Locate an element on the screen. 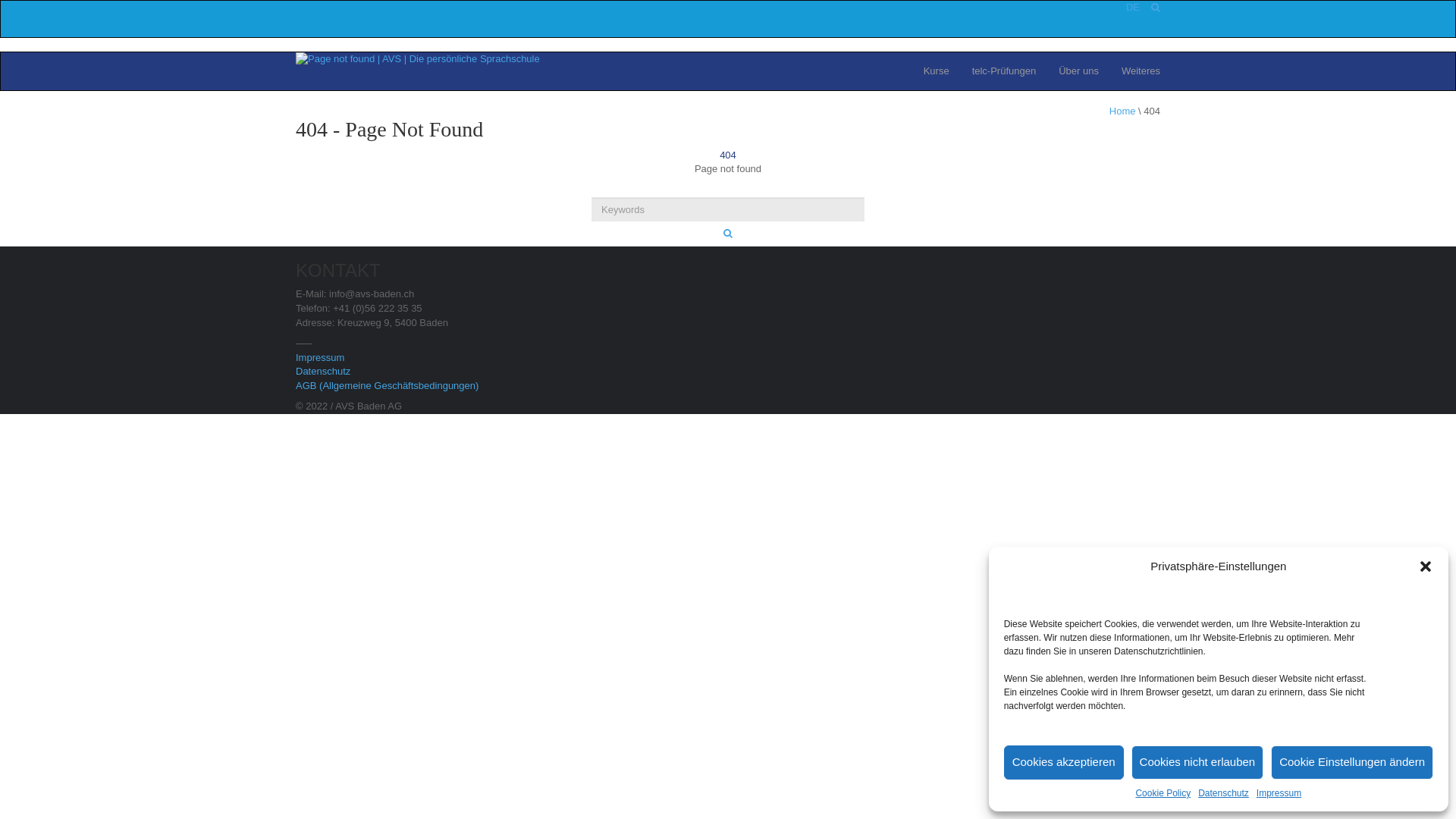 This screenshot has width=1456, height=819. 'Cookie Policy' is located at coordinates (1162, 792).